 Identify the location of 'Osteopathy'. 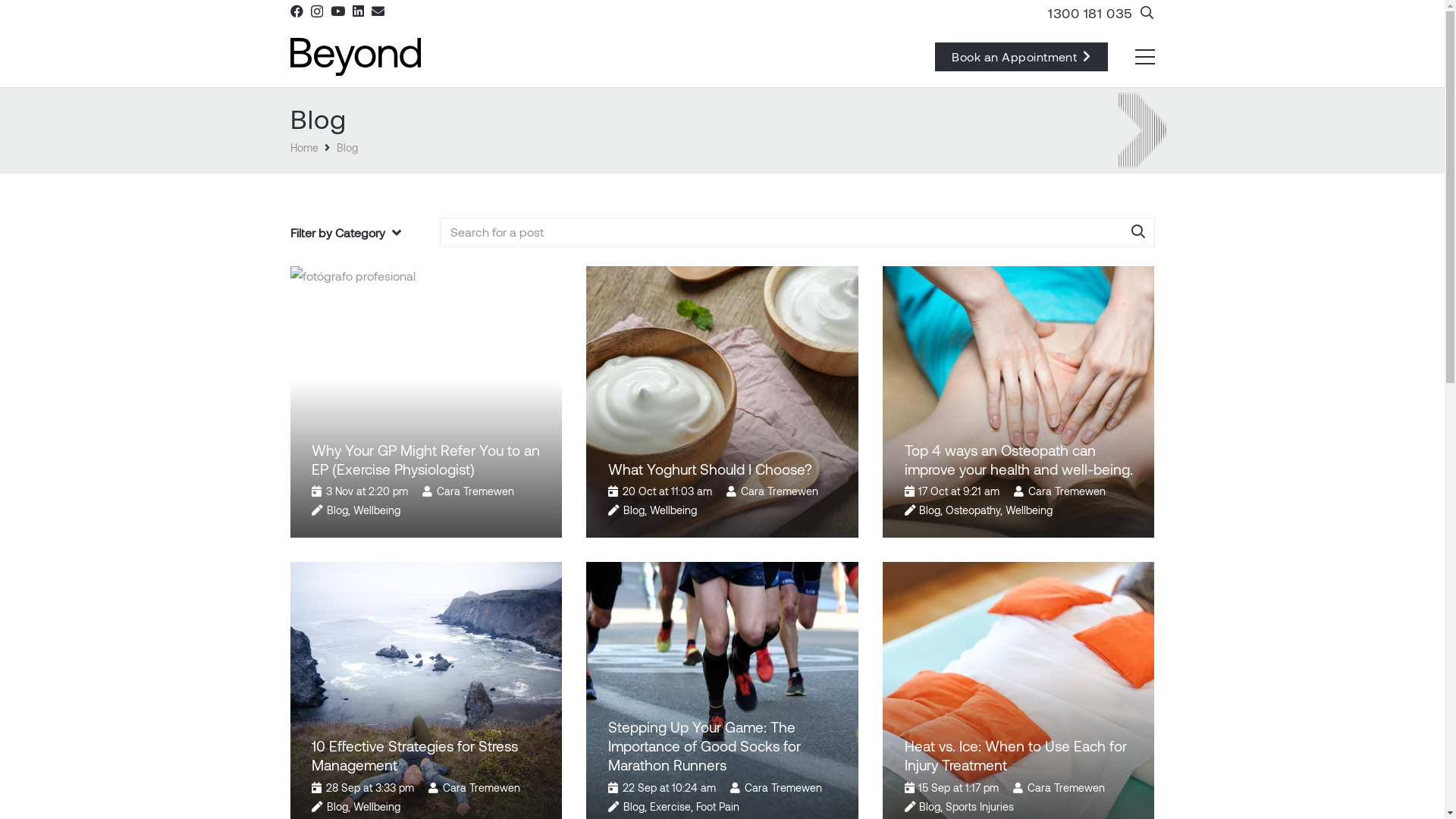
(972, 510).